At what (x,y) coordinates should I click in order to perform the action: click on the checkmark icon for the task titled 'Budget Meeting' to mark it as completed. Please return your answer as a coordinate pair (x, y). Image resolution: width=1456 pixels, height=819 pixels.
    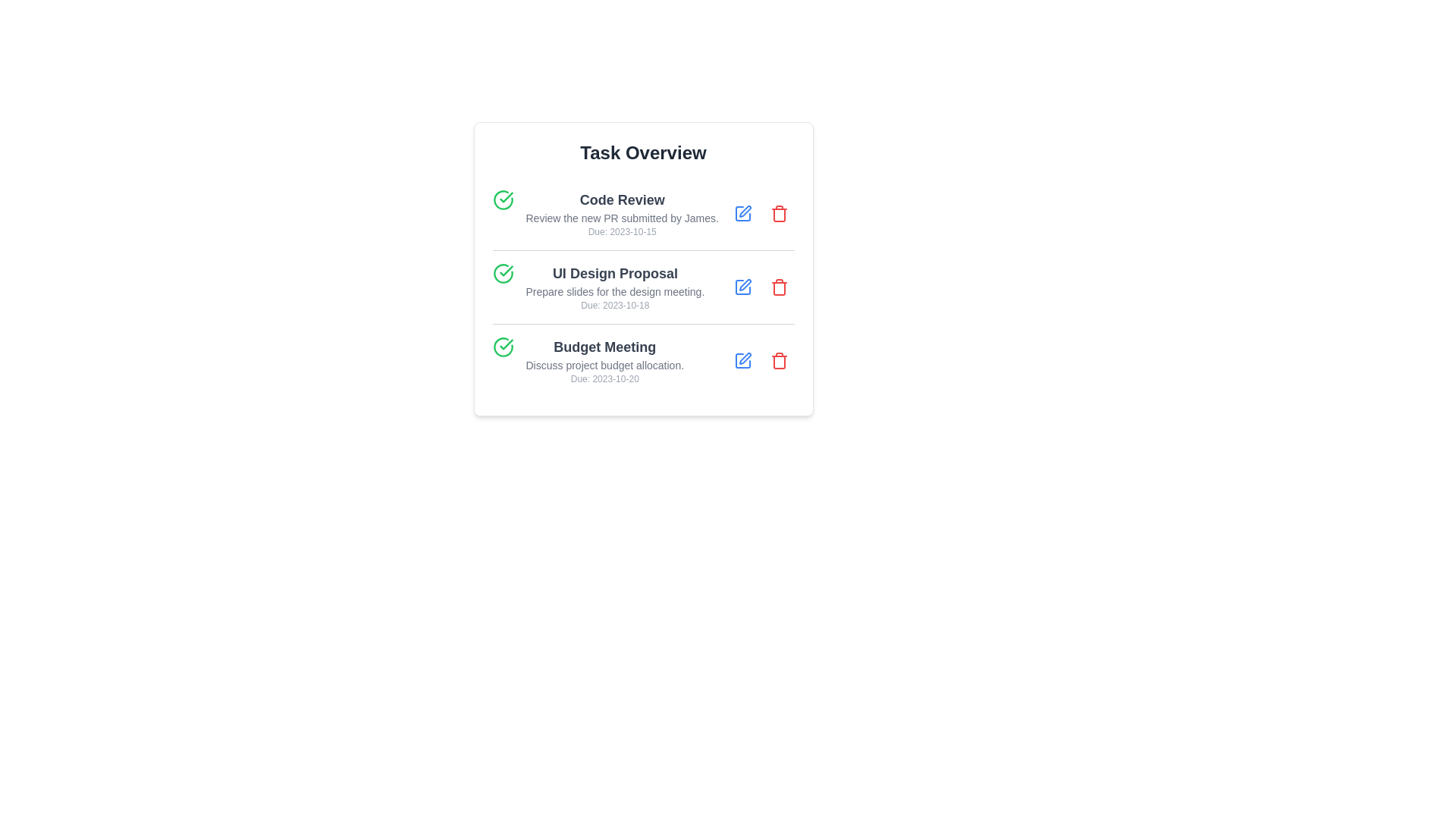
    Looking at the image, I should click on (503, 347).